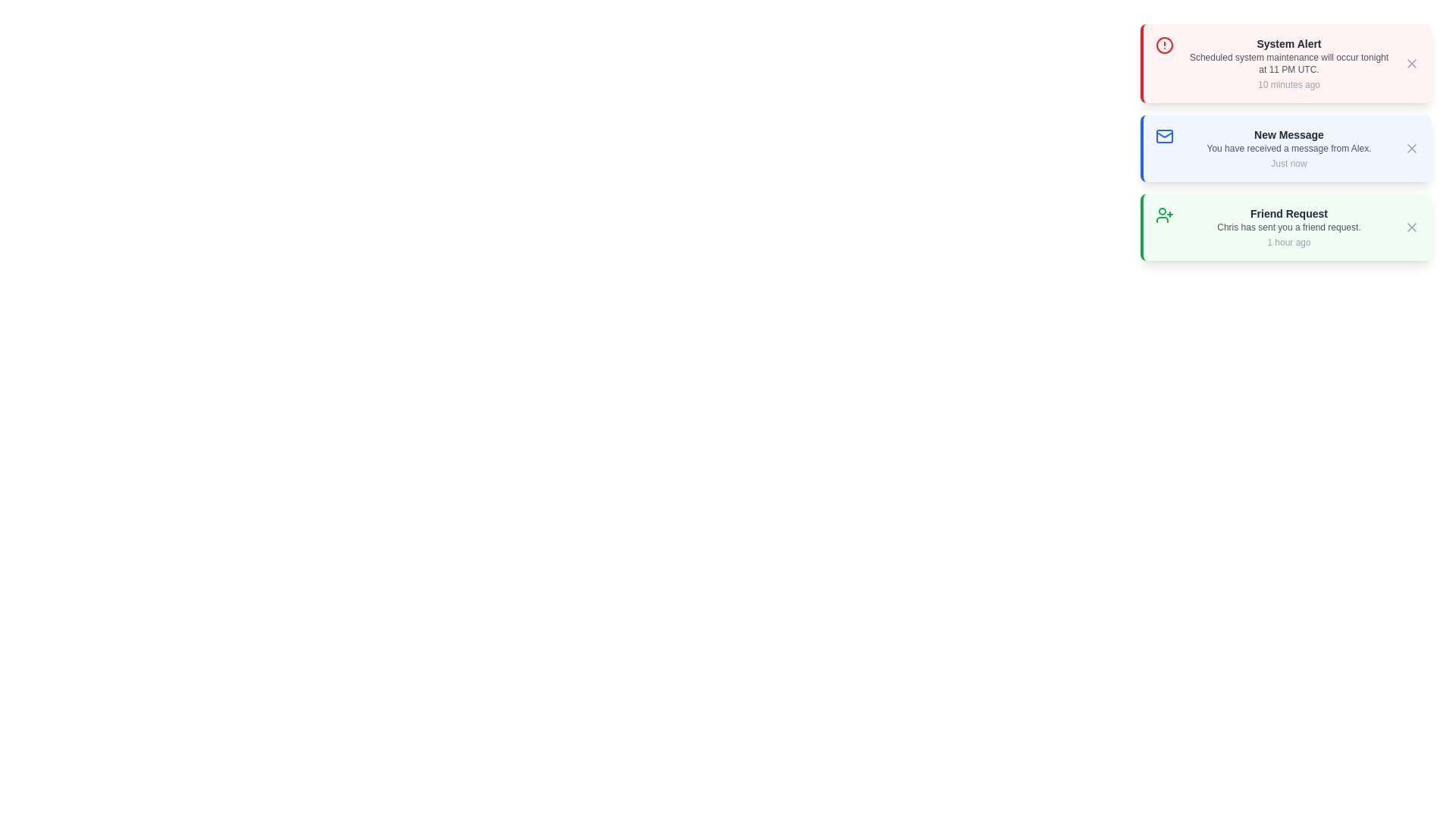 Image resolution: width=1456 pixels, height=819 pixels. I want to click on the green user profile icon with a '+' sign located in the notification panel for 'Friend Request', adjacent to the text 'Friend Request', so click(1164, 215).